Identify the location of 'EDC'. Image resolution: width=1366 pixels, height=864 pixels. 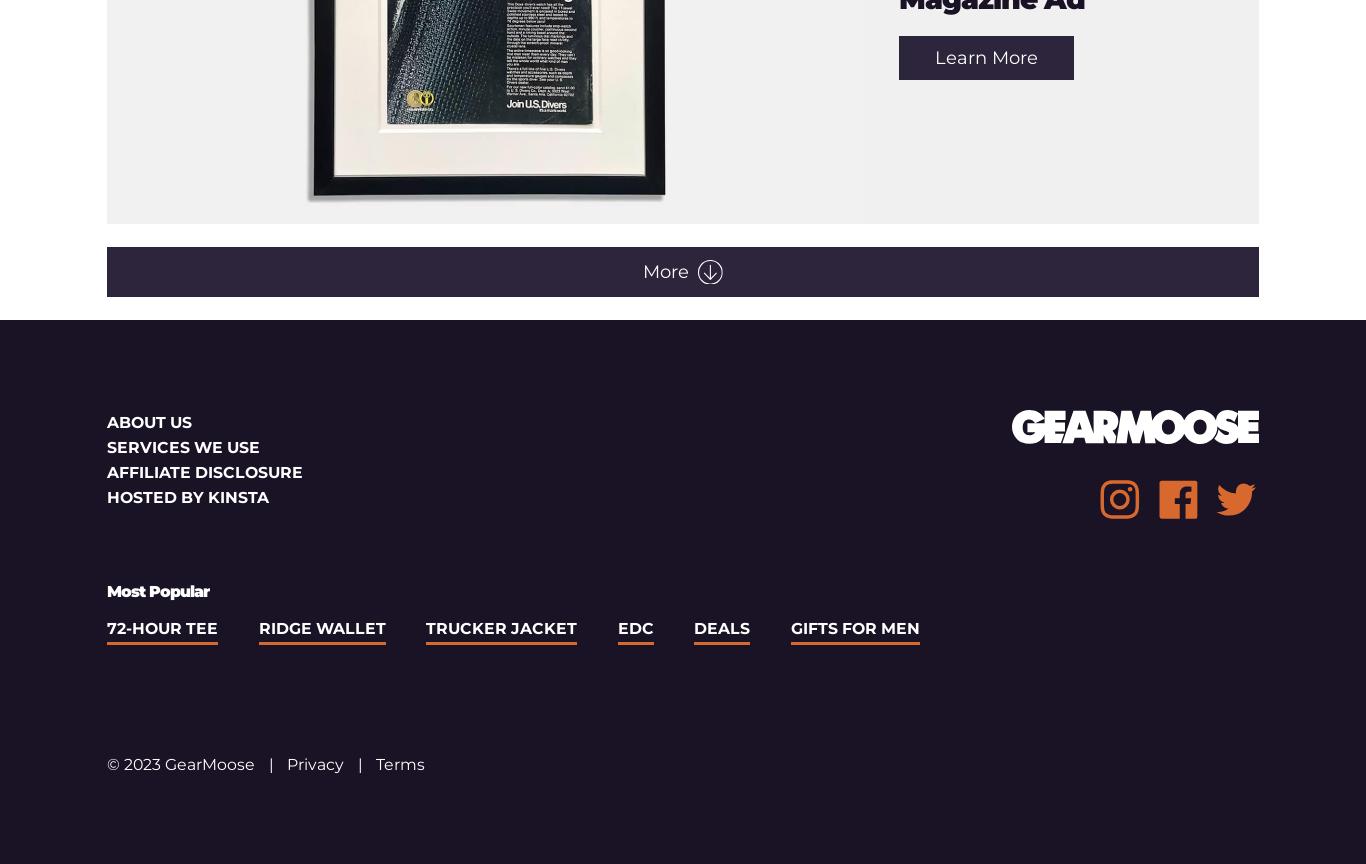
(634, 627).